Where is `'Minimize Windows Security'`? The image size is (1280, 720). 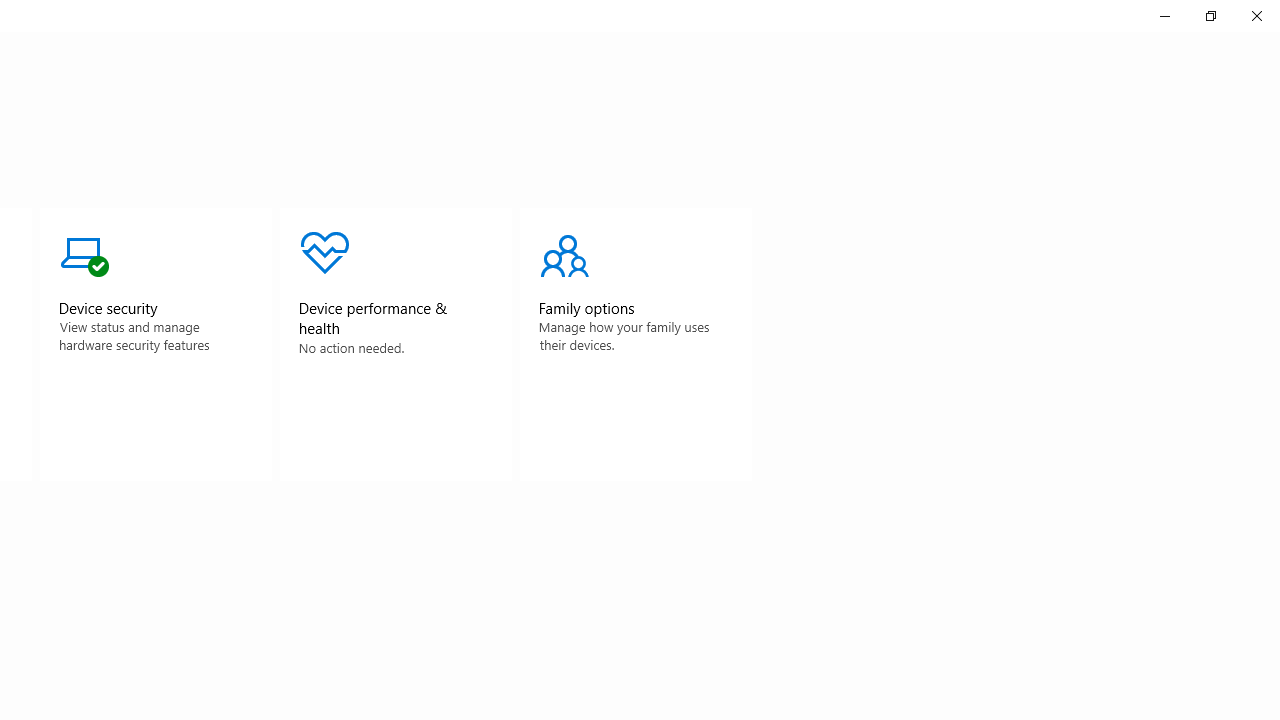
'Minimize Windows Security' is located at coordinates (1164, 15).